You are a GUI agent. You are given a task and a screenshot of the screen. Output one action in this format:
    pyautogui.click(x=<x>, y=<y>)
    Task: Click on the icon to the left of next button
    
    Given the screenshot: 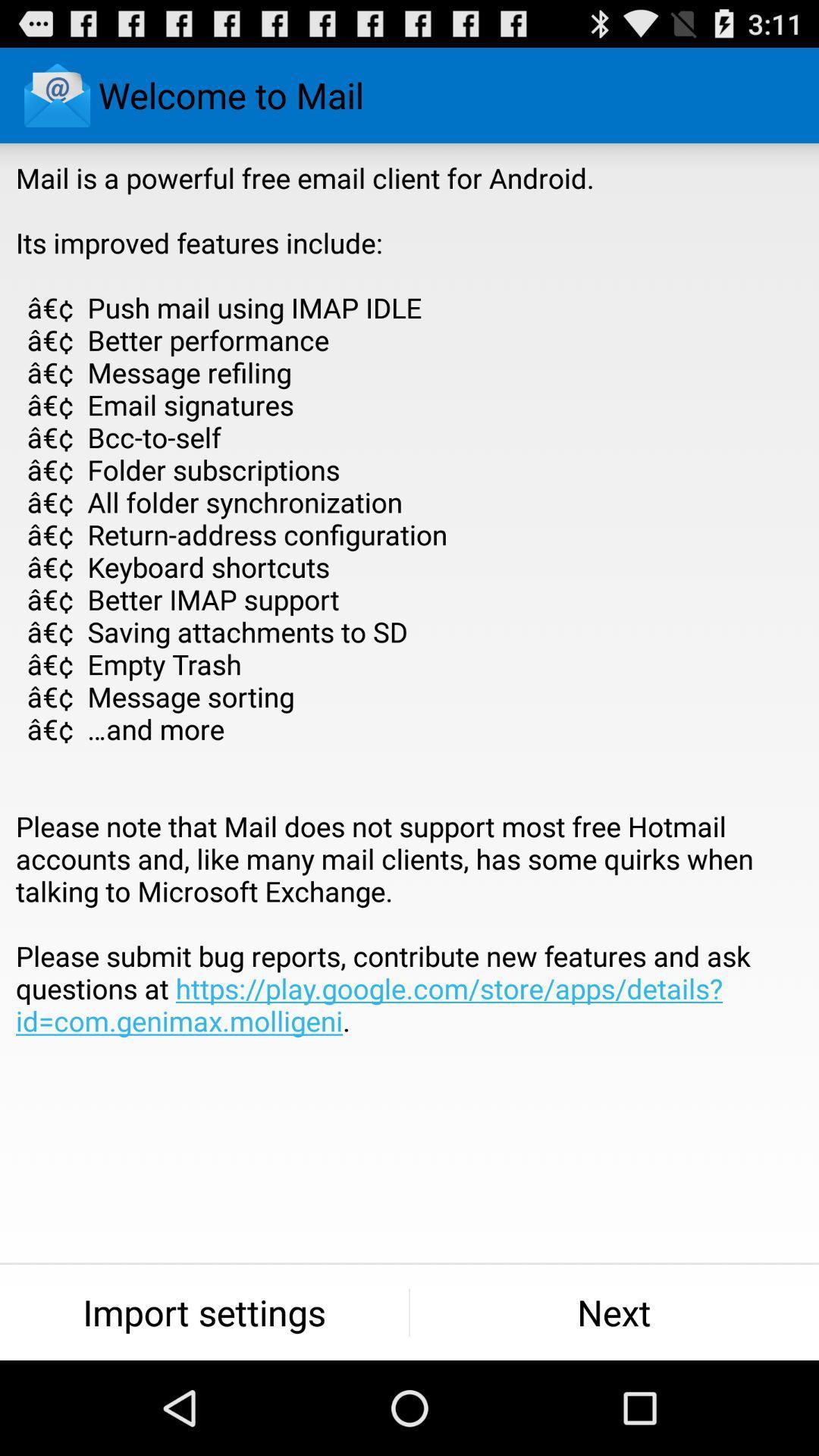 What is the action you would take?
    pyautogui.click(x=203, y=1312)
    